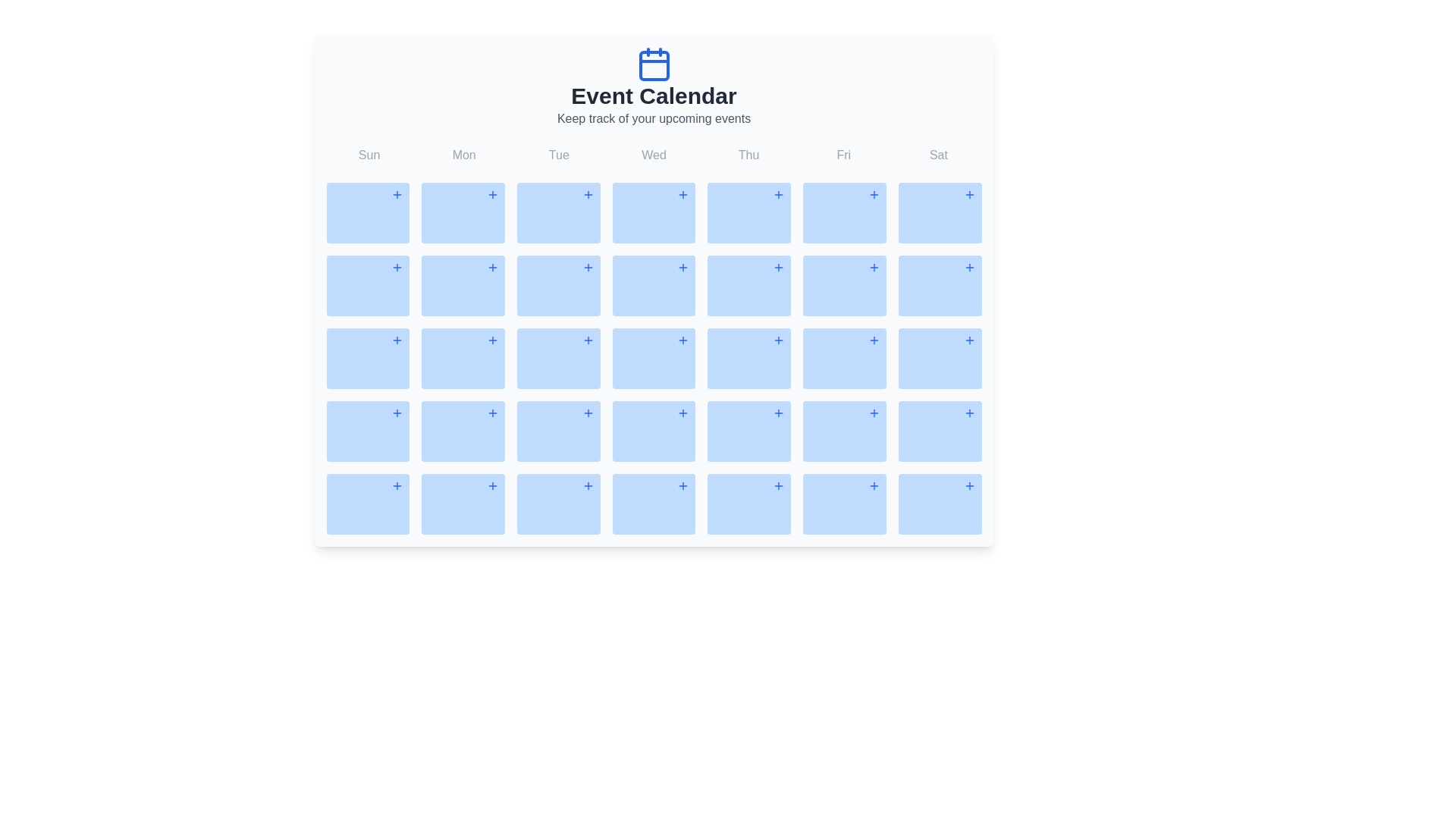 The width and height of the screenshot is (1456, 819). Describe the element at coordinates (874, 194) in the screenshot. I see `the Icon button located at the top right of the fifth column (Friday) in the calendar grid to change its color` at that location.